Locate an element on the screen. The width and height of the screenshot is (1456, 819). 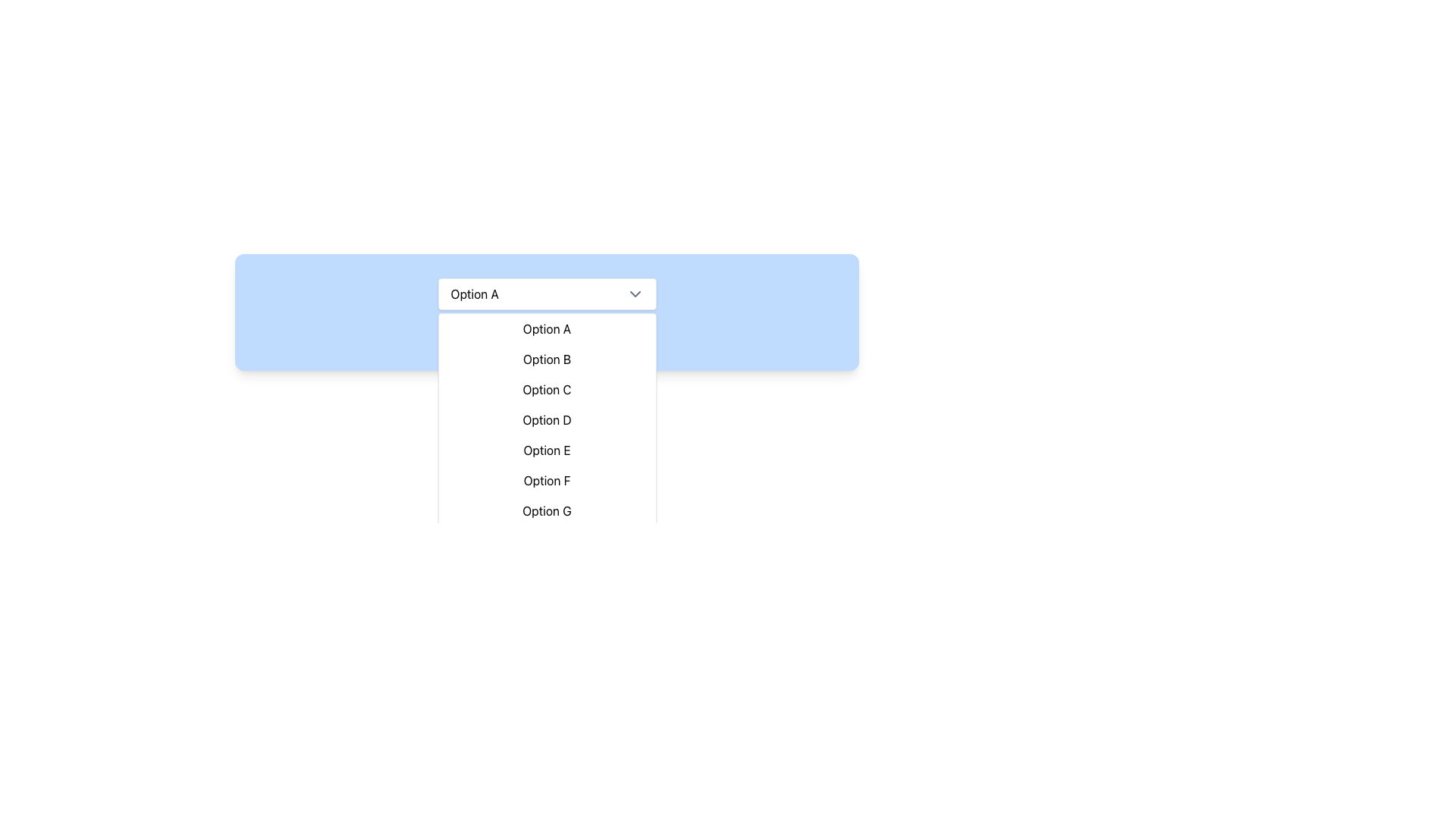
the first option in the dropdown menu is located at coordinates (546, 328).